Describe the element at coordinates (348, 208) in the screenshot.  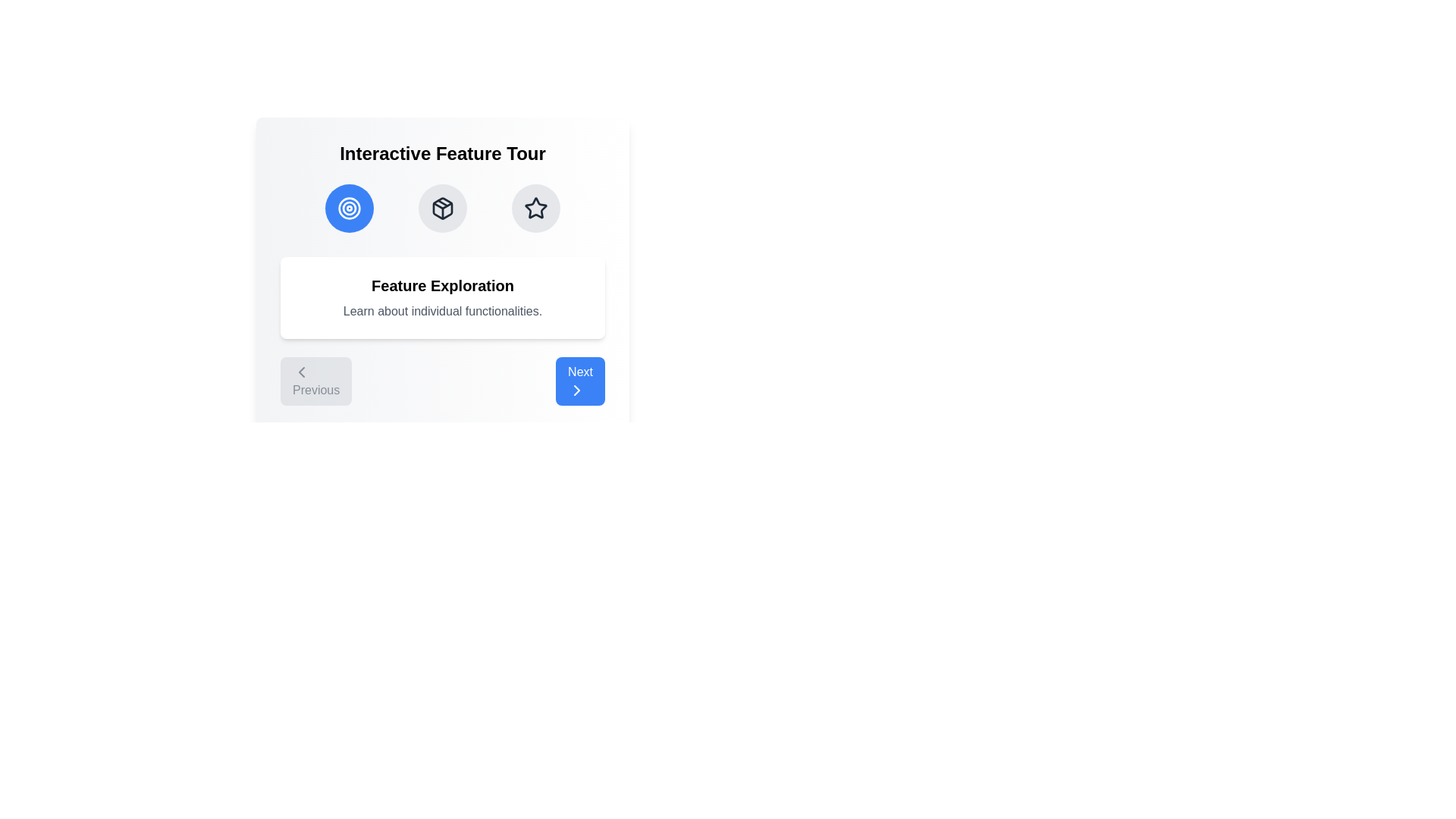
I see `the outermost circular shape of the target icon, which is the first icon in a row of three concentric circles located at the upper left part of the main interface` at that location.